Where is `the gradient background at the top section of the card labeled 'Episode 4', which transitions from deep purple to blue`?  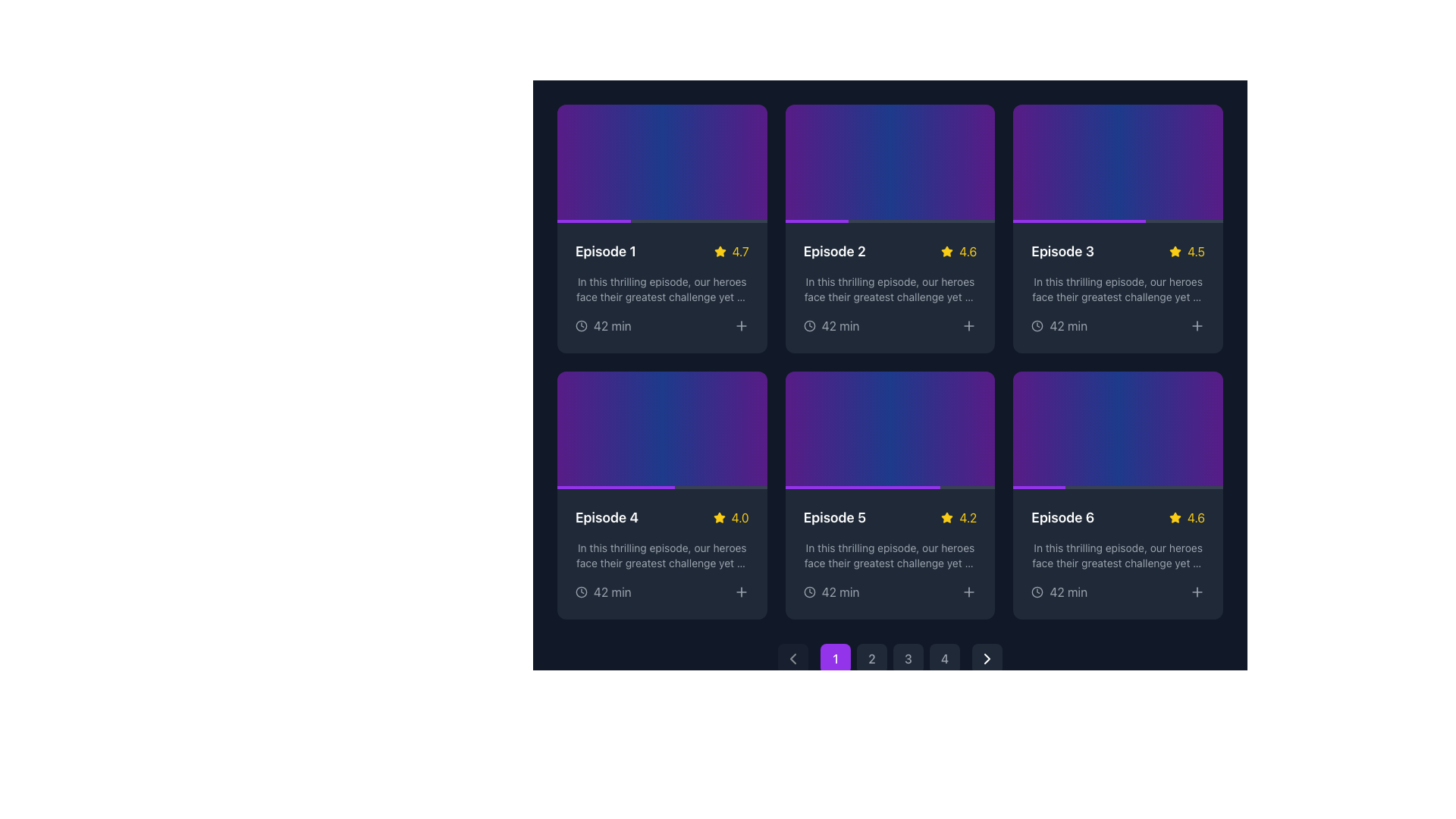
the gradient background at the top section of the card labeled 'Episode 4', which transitions from deep purple to blue is located at coordinates (662, 430).